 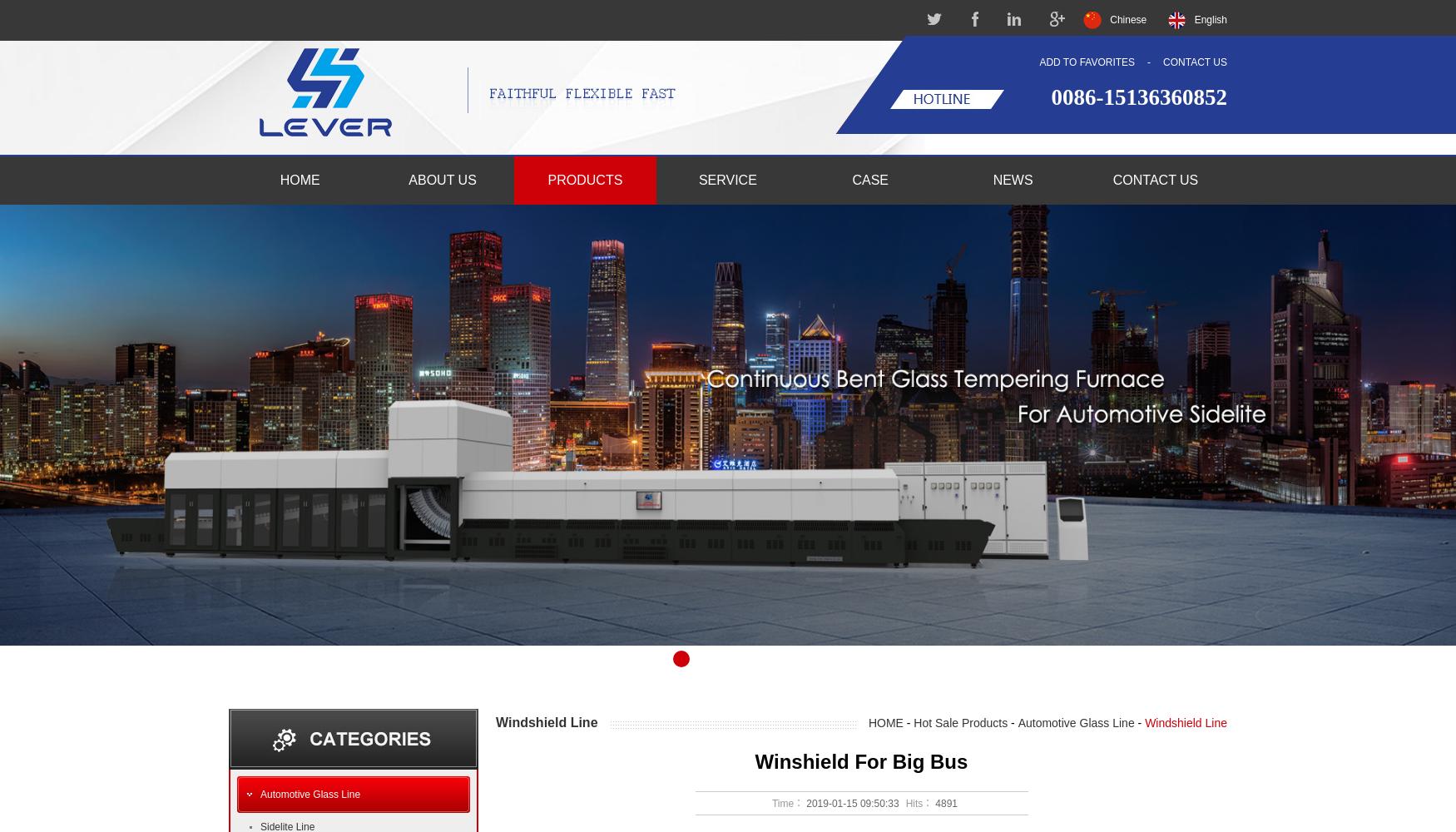 I want to click on 'English', so click(x=1210, y=20).